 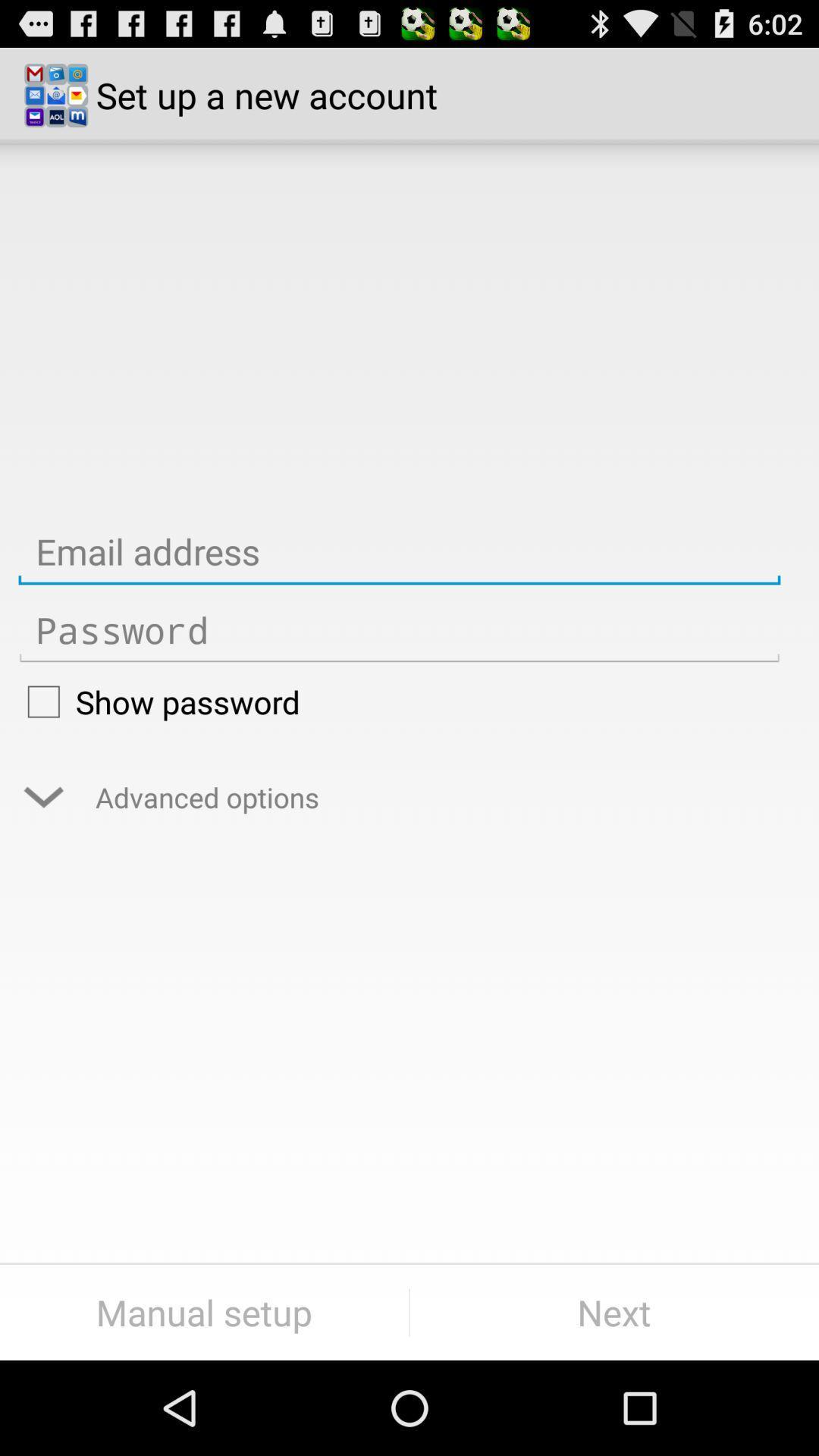 I want to click on item next to manual setup, so click(x=614, y=1312).